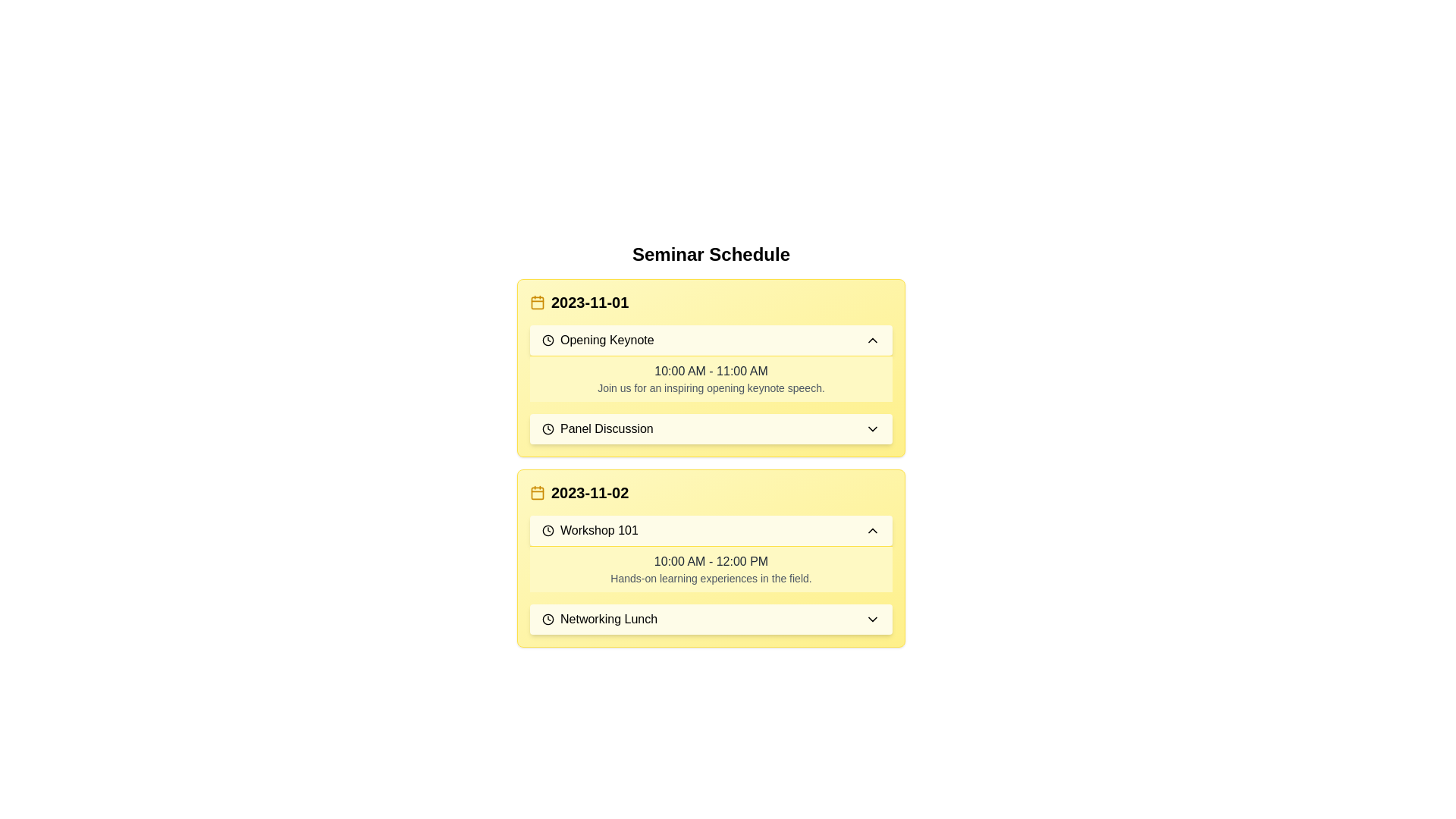 This screenshot has height=819, width=1456. Describe the element at coordinates (538, 302) in the screenshot. I see `the decorative rectangle within the SVG element of the calendar icon` at that location.